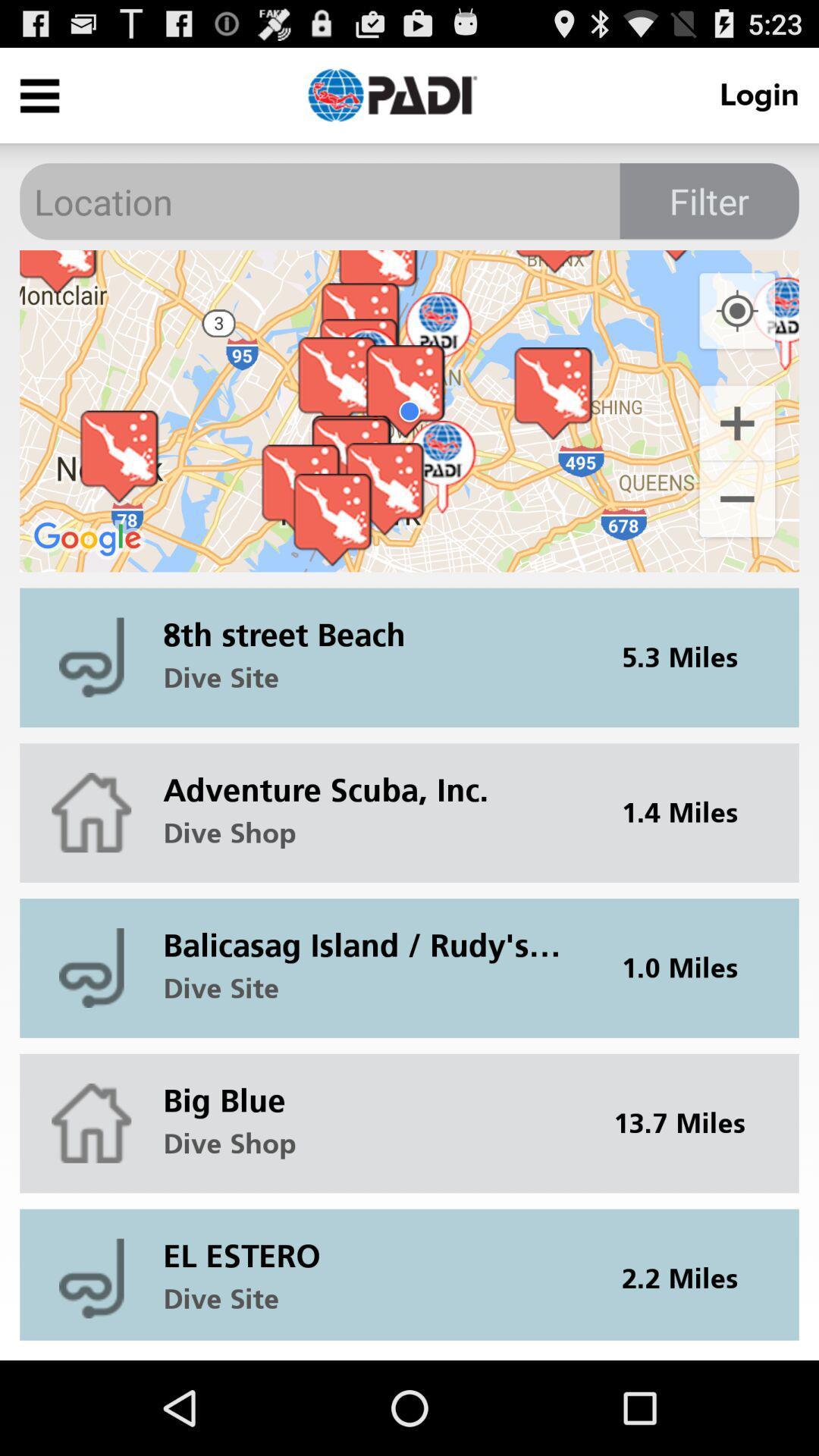 The height and width of the screenshot is (1456, 819). Describe the element at coordinates (372, 778) in the screenshot. I see `the icon below the dive site icon` at that location.